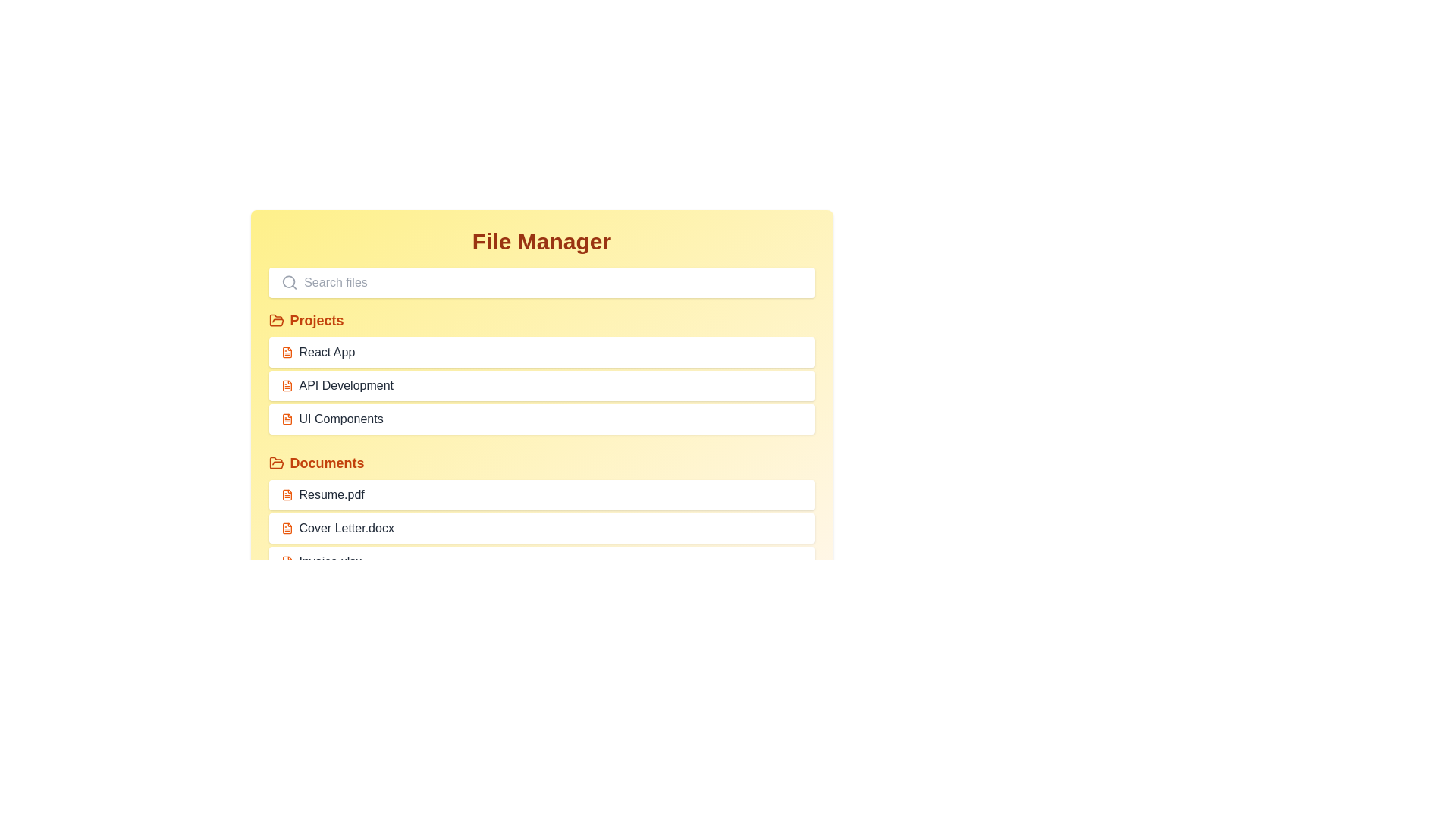  What do you see at coordinates (541, 385) in the screenshot?
I see `the file named API Development to select it` at bounding box center [541, 385].